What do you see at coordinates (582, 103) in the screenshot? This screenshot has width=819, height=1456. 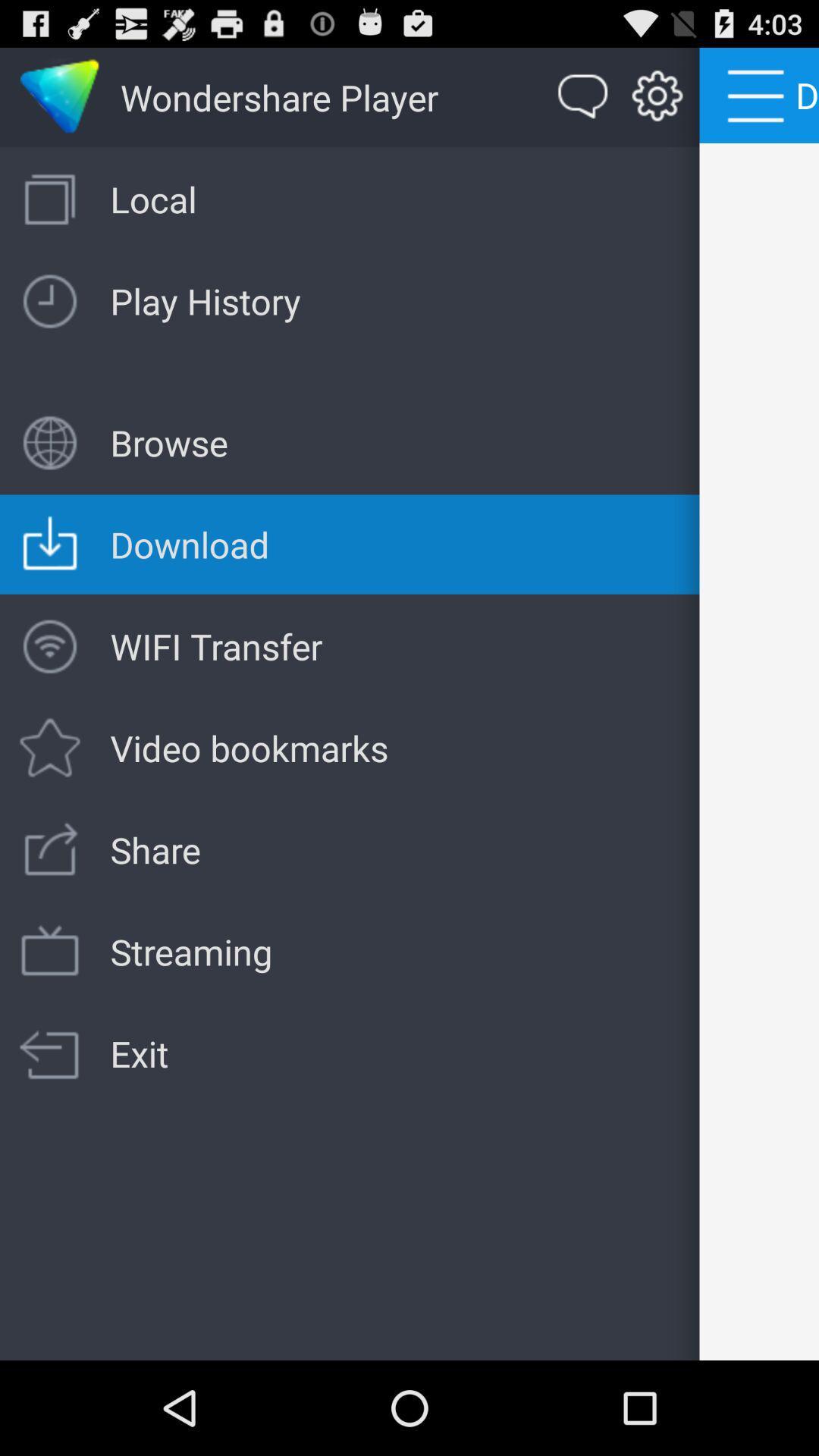 I see `the chat icon` at bounding box center [582, 103].